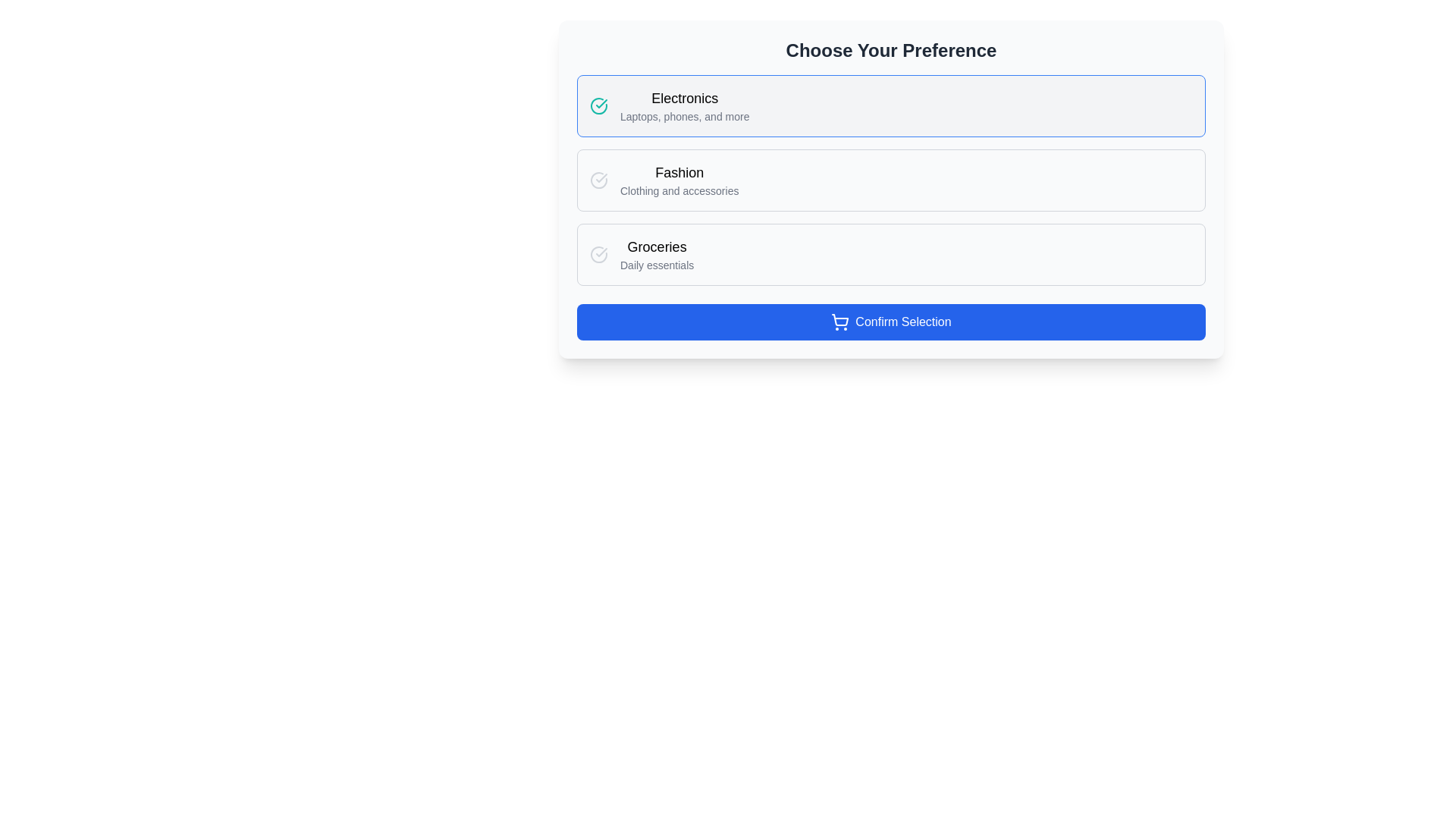  What do you see at coordinates (891, 180) in the screenshot?
I see `the 'Fashion' option in the interactive list` at bounding box center [891, 180].